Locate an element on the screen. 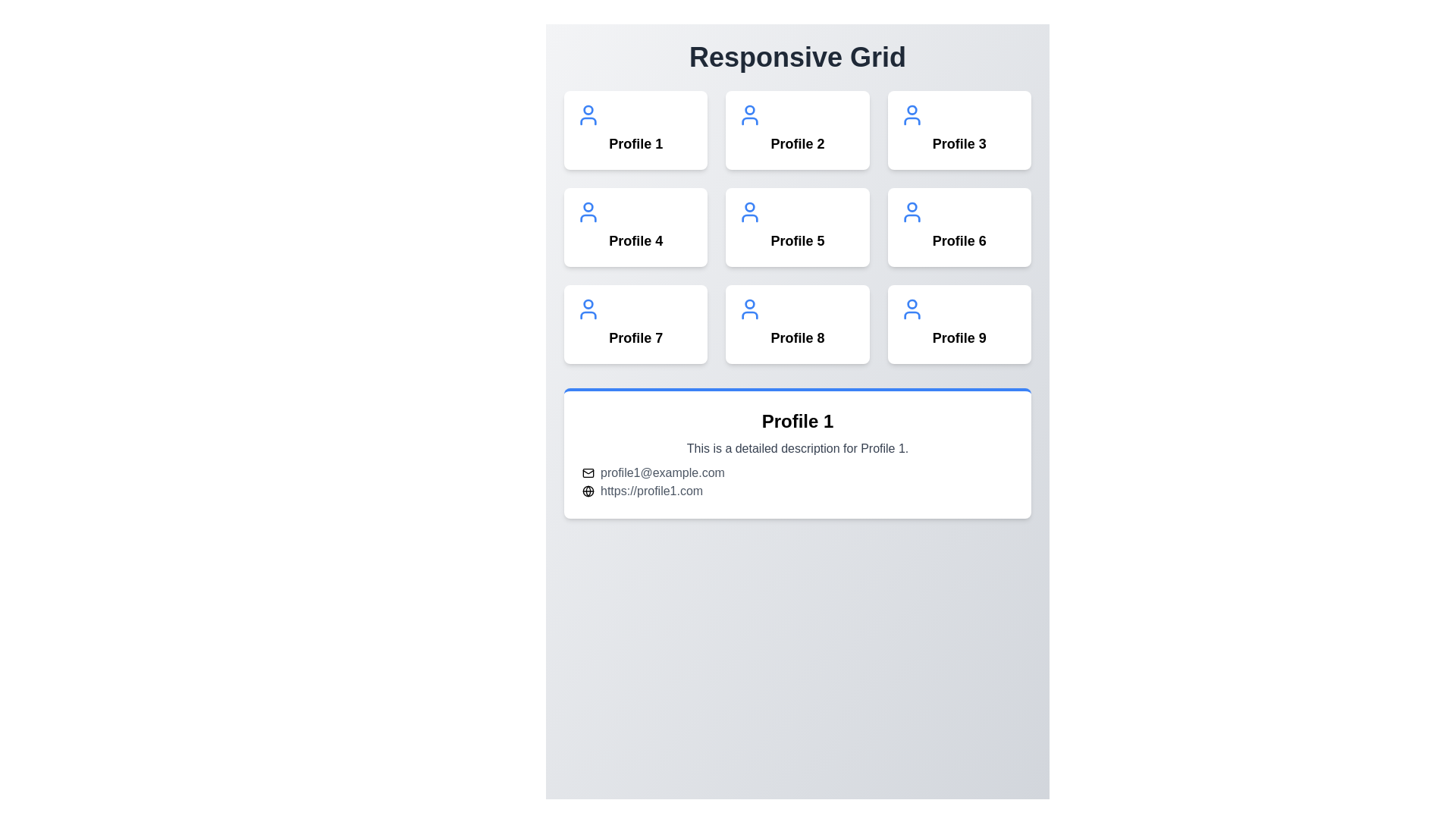 This screenshot has width=1456, height=819. the 'Profile 9' text label, which is styled in a large, bold font and is positioned below the profile icon in the bottom-right profile card of the grid layout is located at coordinates (959, 337).